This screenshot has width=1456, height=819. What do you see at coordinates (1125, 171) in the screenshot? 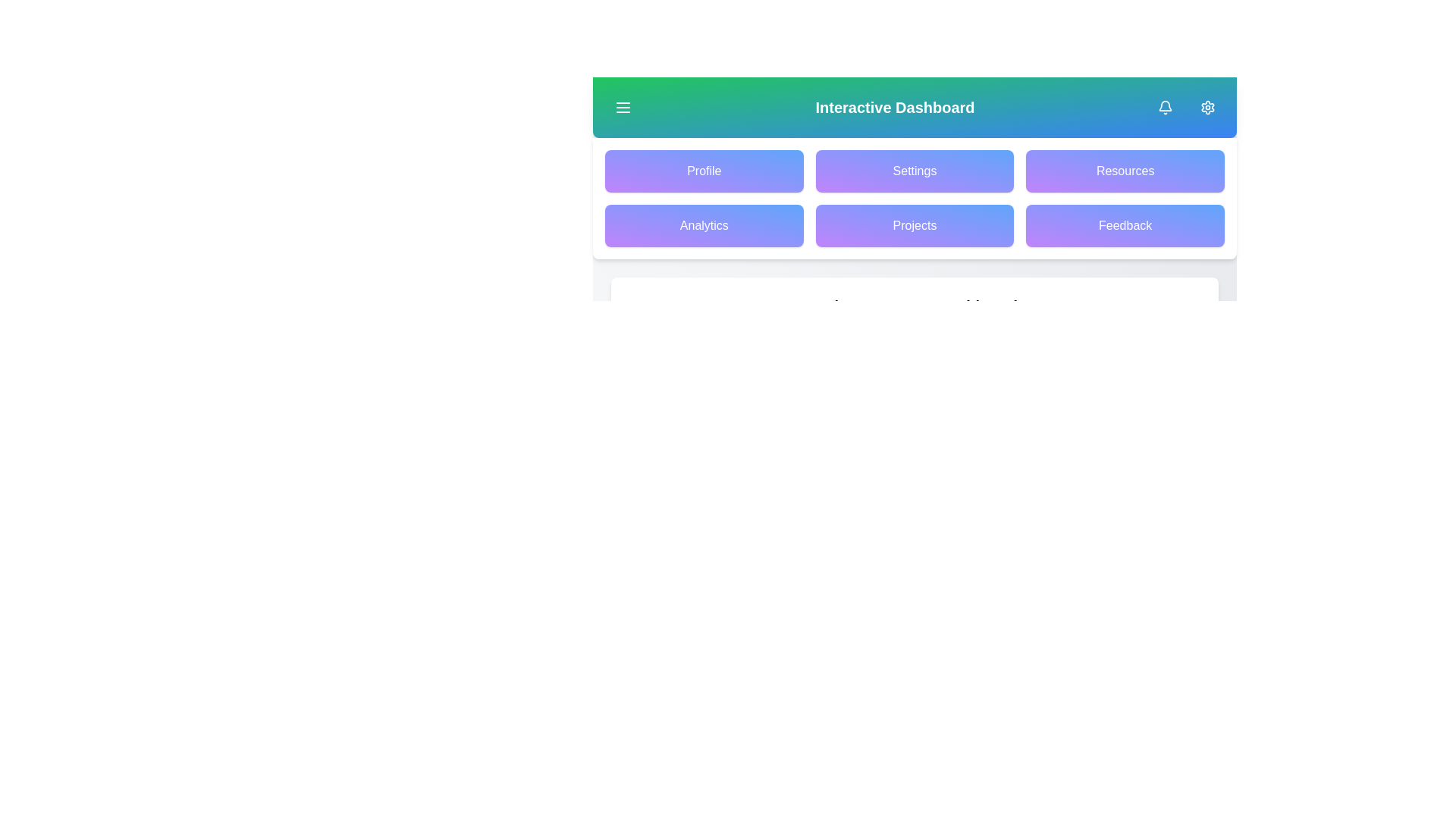
I see `the Resources button in the grid` at bounding box center [1125, 171].